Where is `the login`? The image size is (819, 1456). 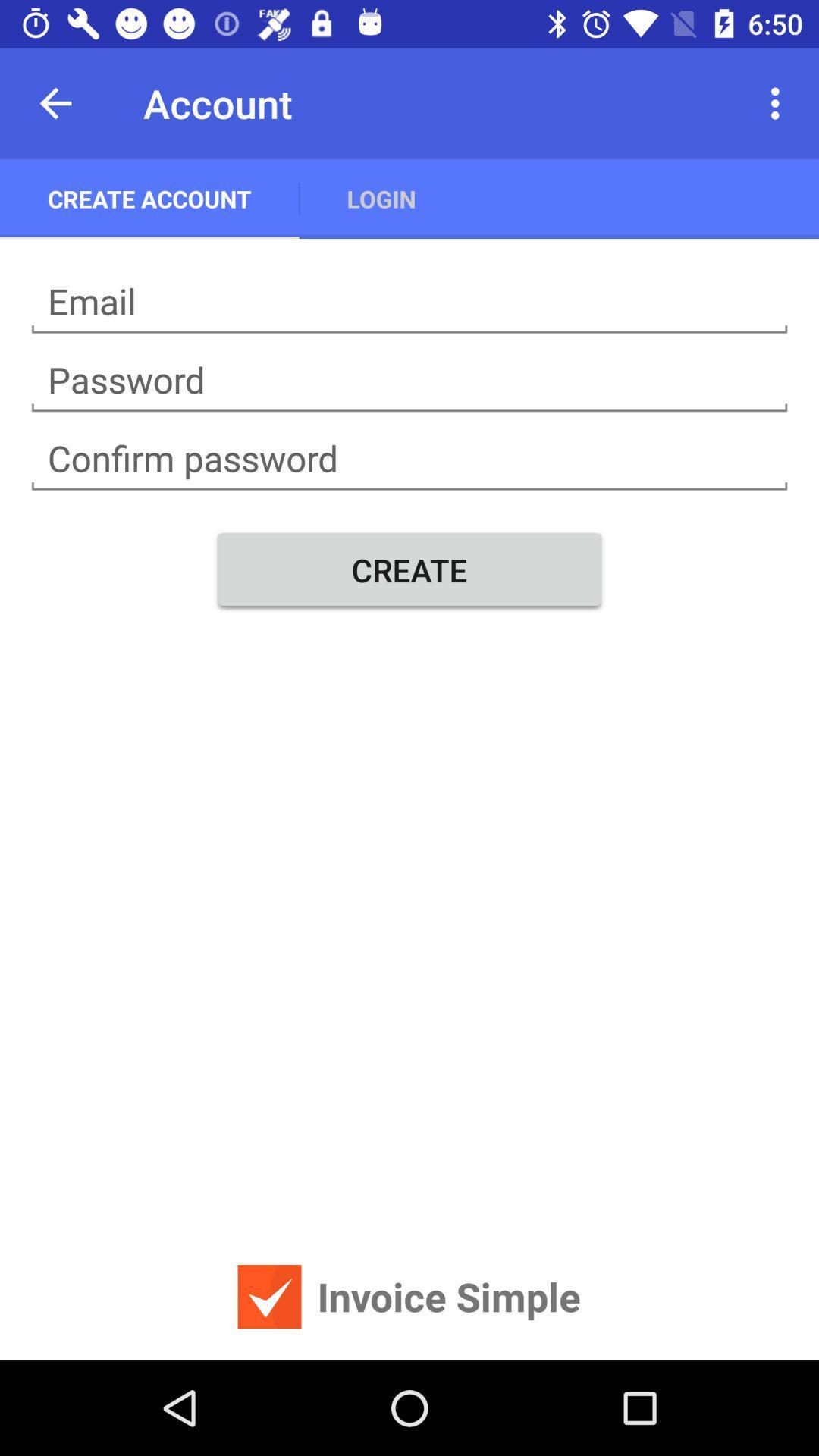 the login is located at coordinates (381, 198).